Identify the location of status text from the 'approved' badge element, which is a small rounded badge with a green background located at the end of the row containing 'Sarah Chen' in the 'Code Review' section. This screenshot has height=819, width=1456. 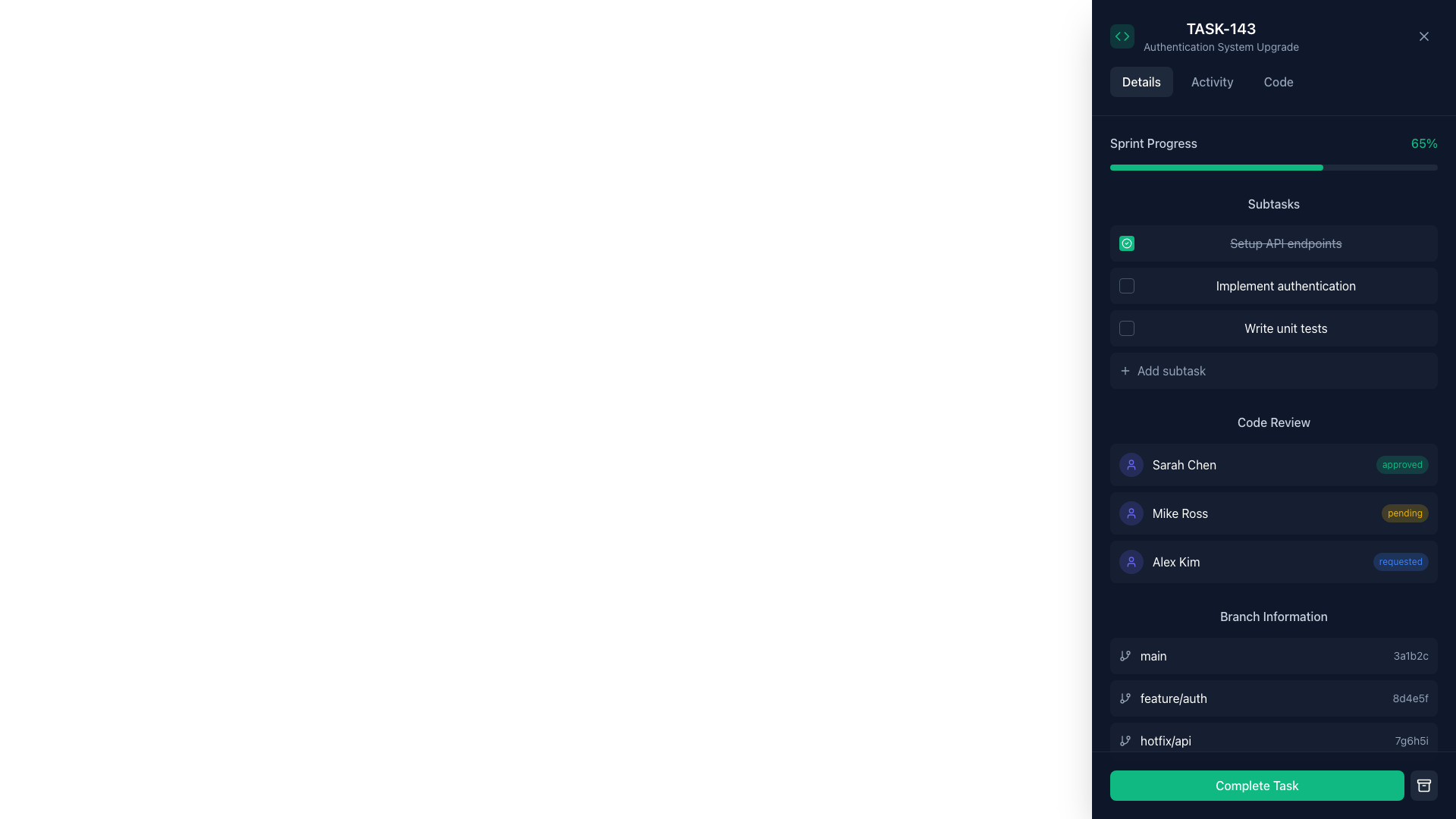
(1401, 464).